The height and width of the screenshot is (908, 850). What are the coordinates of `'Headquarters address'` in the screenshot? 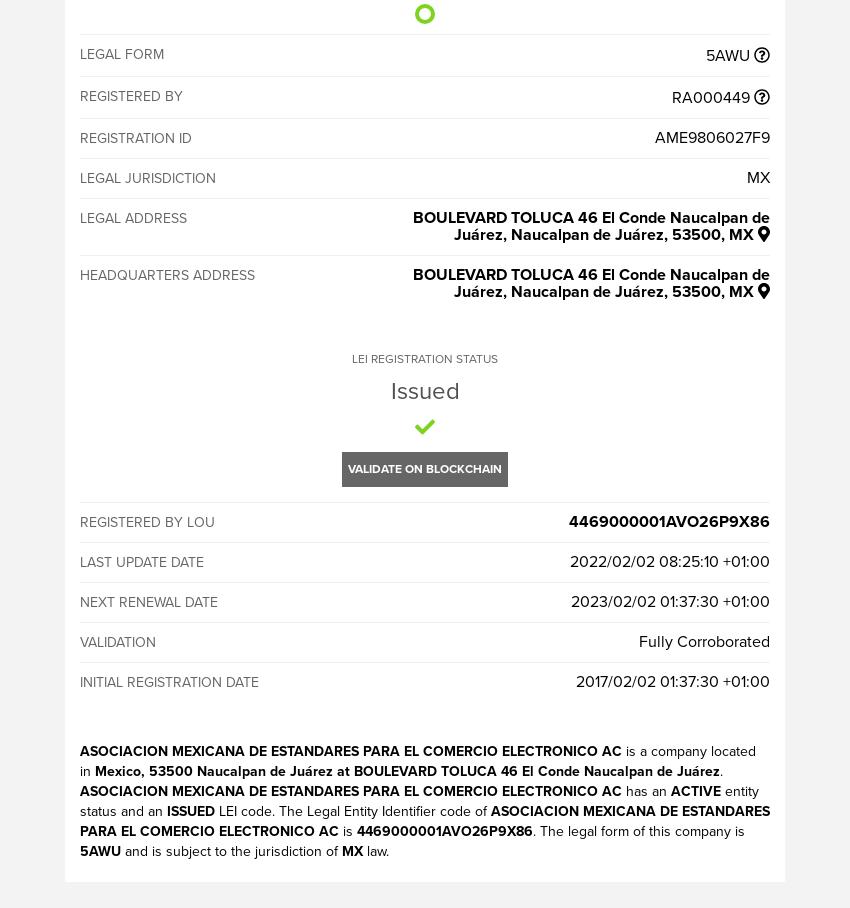 It's located at (167, 275).